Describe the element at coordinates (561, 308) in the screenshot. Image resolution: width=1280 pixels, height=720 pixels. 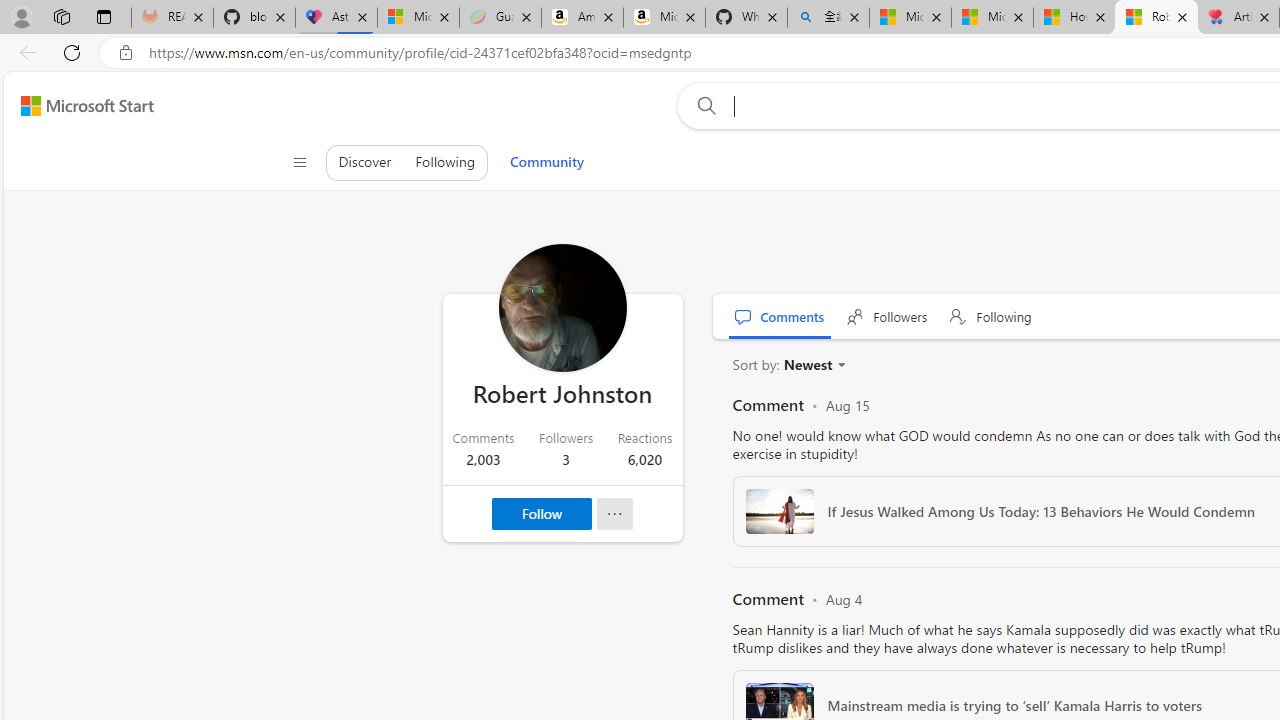
I see `'Profile Picture'` at that location.